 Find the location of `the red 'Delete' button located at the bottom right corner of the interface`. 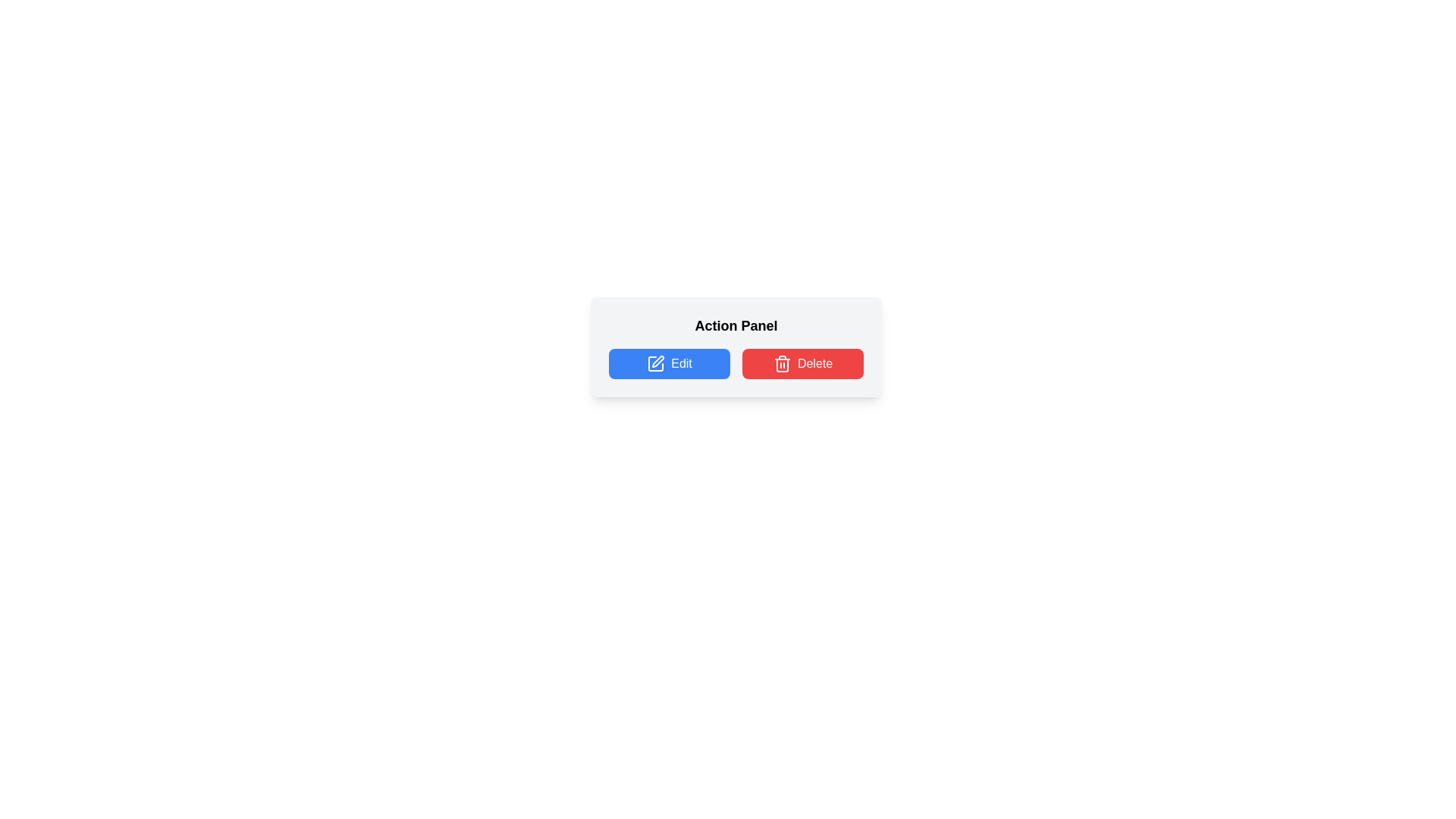

the red 'Delete' button located at the bottom right corner of the interface is located at coordinates (802, 363).